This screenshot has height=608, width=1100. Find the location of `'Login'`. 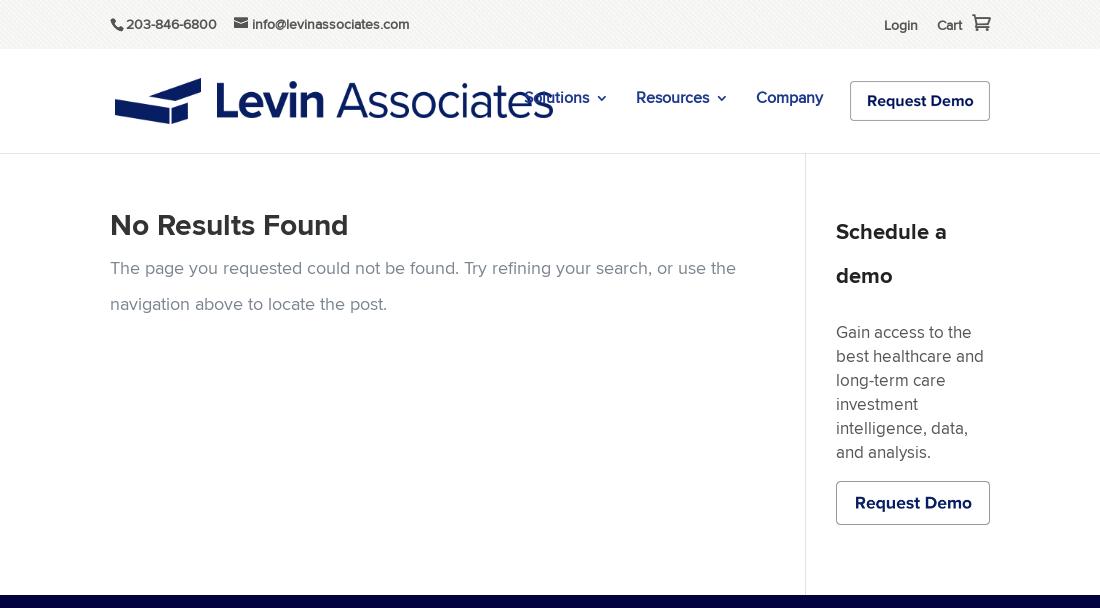

'Login' is located at coordinates (901, 24).